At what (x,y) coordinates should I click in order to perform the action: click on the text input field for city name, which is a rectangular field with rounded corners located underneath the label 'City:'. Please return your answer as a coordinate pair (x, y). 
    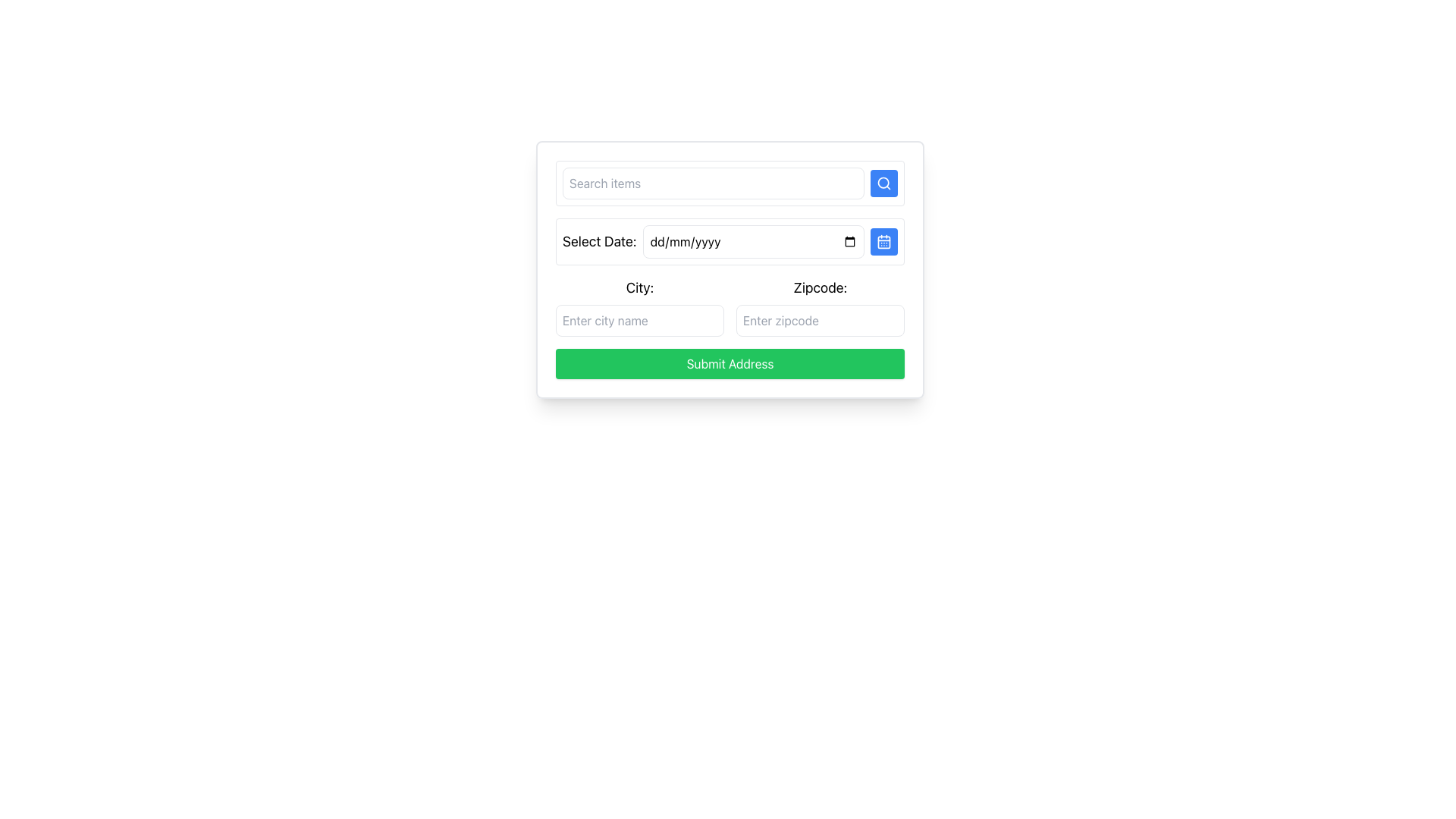
    Looking at the image, I should click on (640, 320).